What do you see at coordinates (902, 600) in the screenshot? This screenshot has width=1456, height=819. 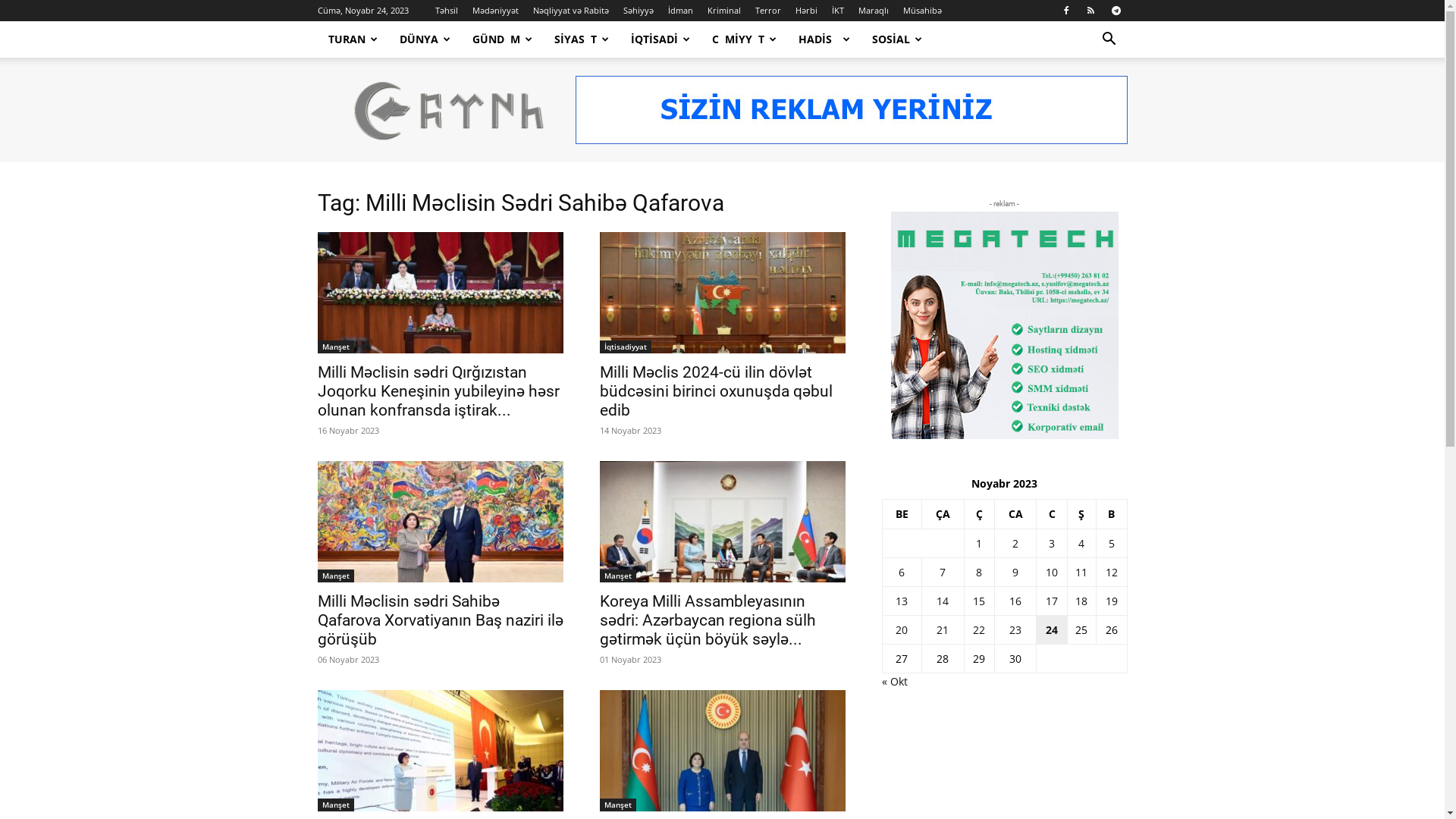 I see `'13'` at bounding box center [902, 600].